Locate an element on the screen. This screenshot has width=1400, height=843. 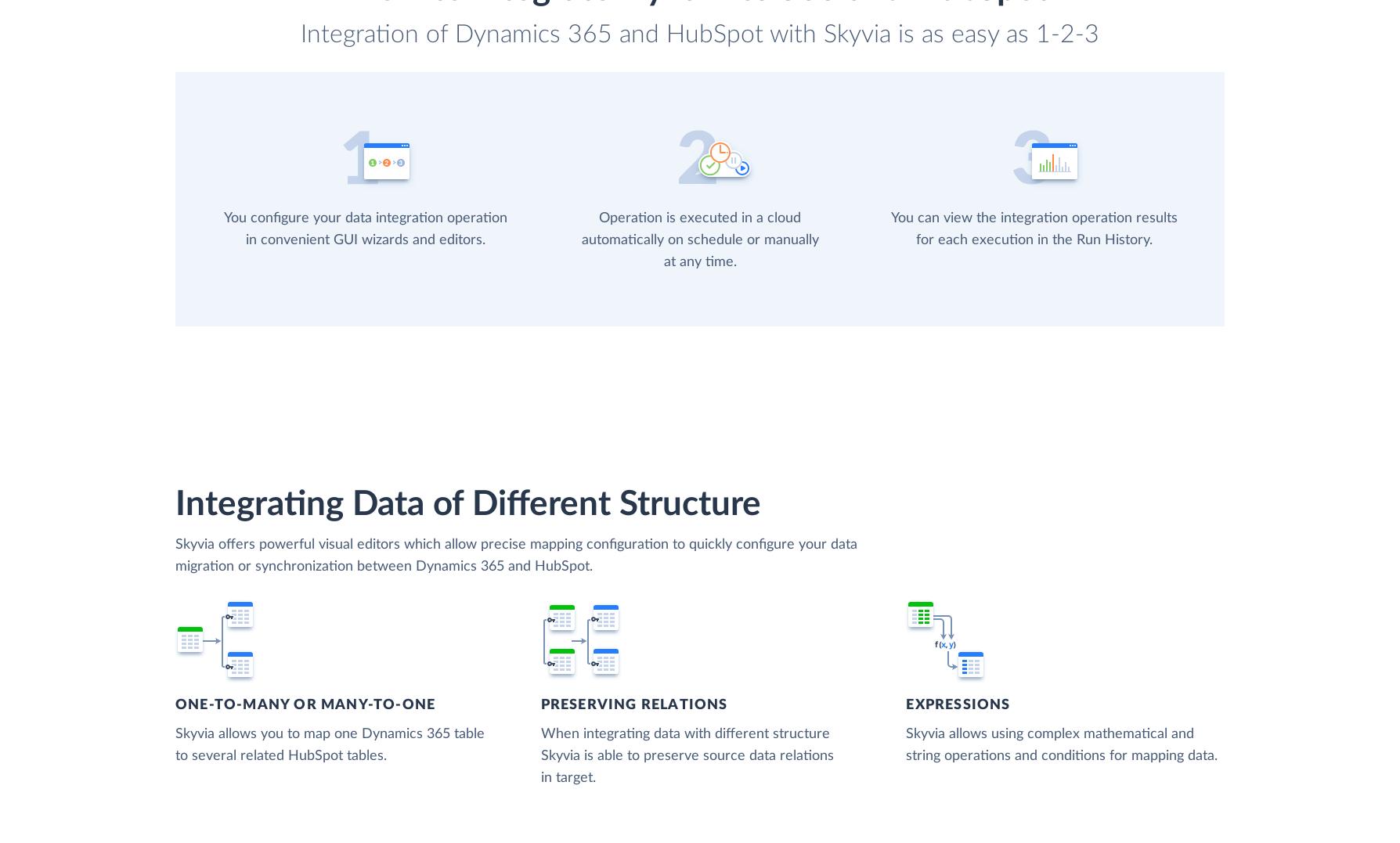
'Integrating Data of Different Structure' is located at coordinates (468, 504).